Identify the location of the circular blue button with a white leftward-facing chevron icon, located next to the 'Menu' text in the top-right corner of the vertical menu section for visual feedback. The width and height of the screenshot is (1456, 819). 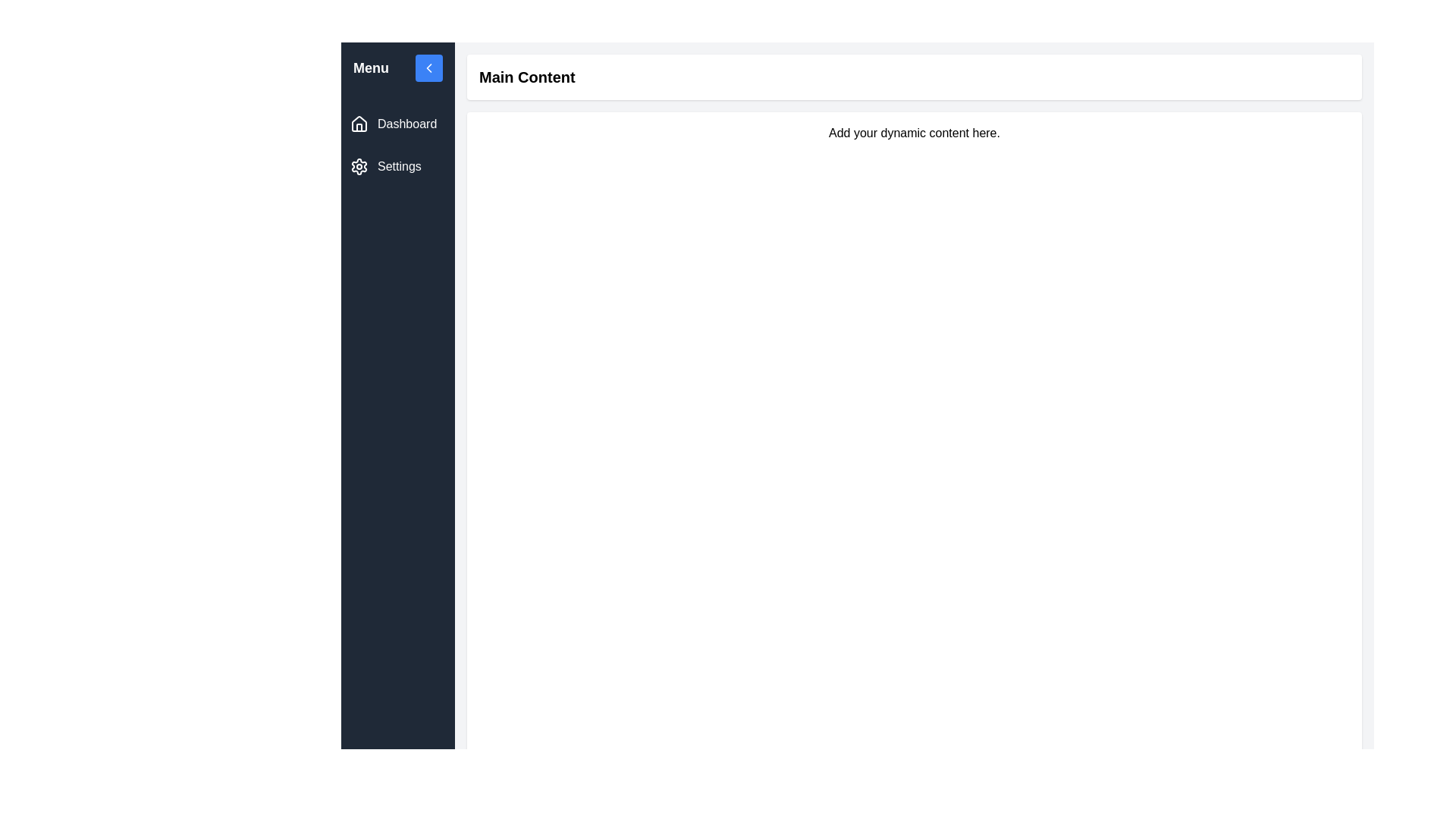
(428, 67).